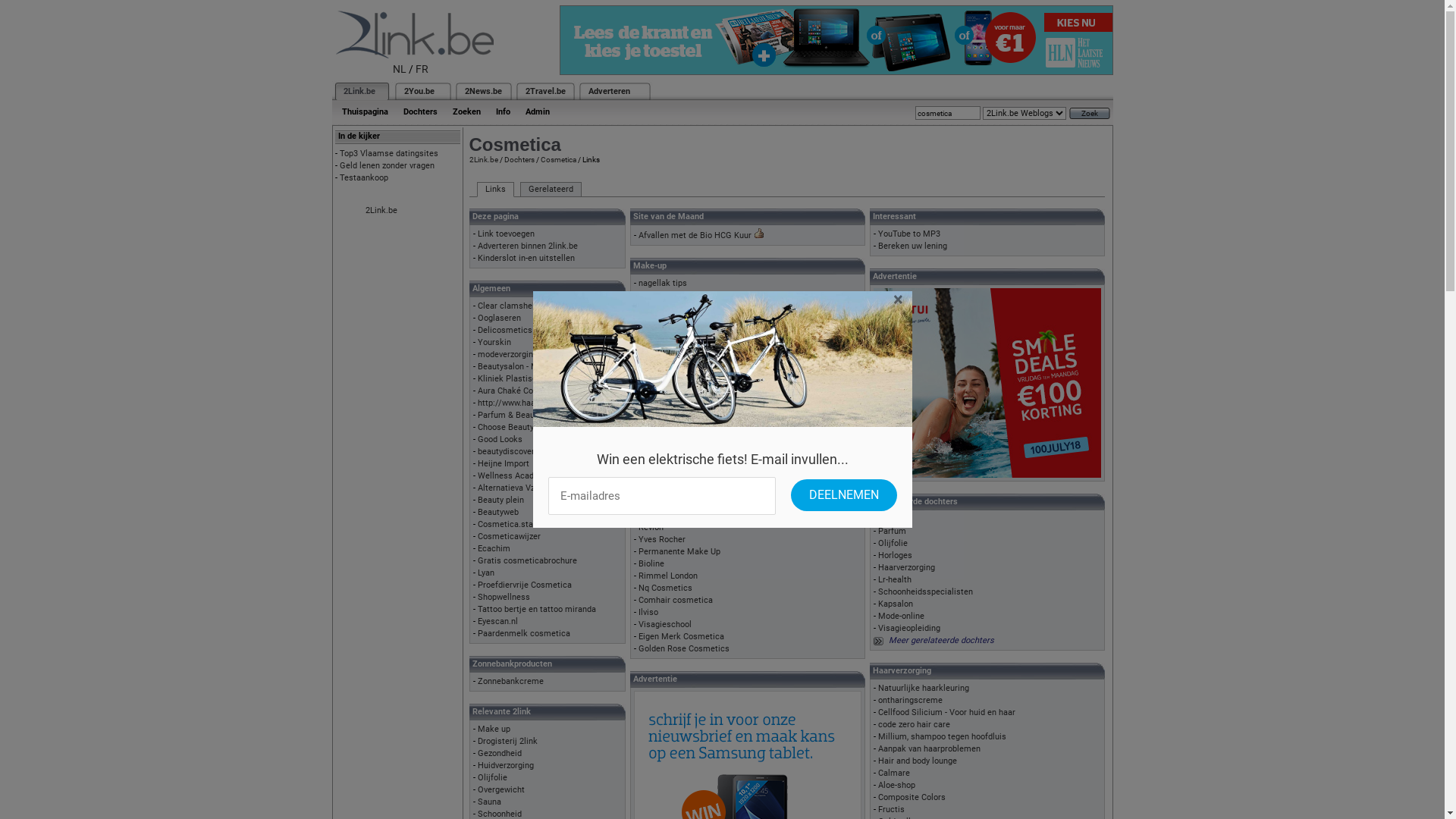 The width and height of the screenshot is (1456, 819). I want to click on 'code zero hair care', so click(877, 723).